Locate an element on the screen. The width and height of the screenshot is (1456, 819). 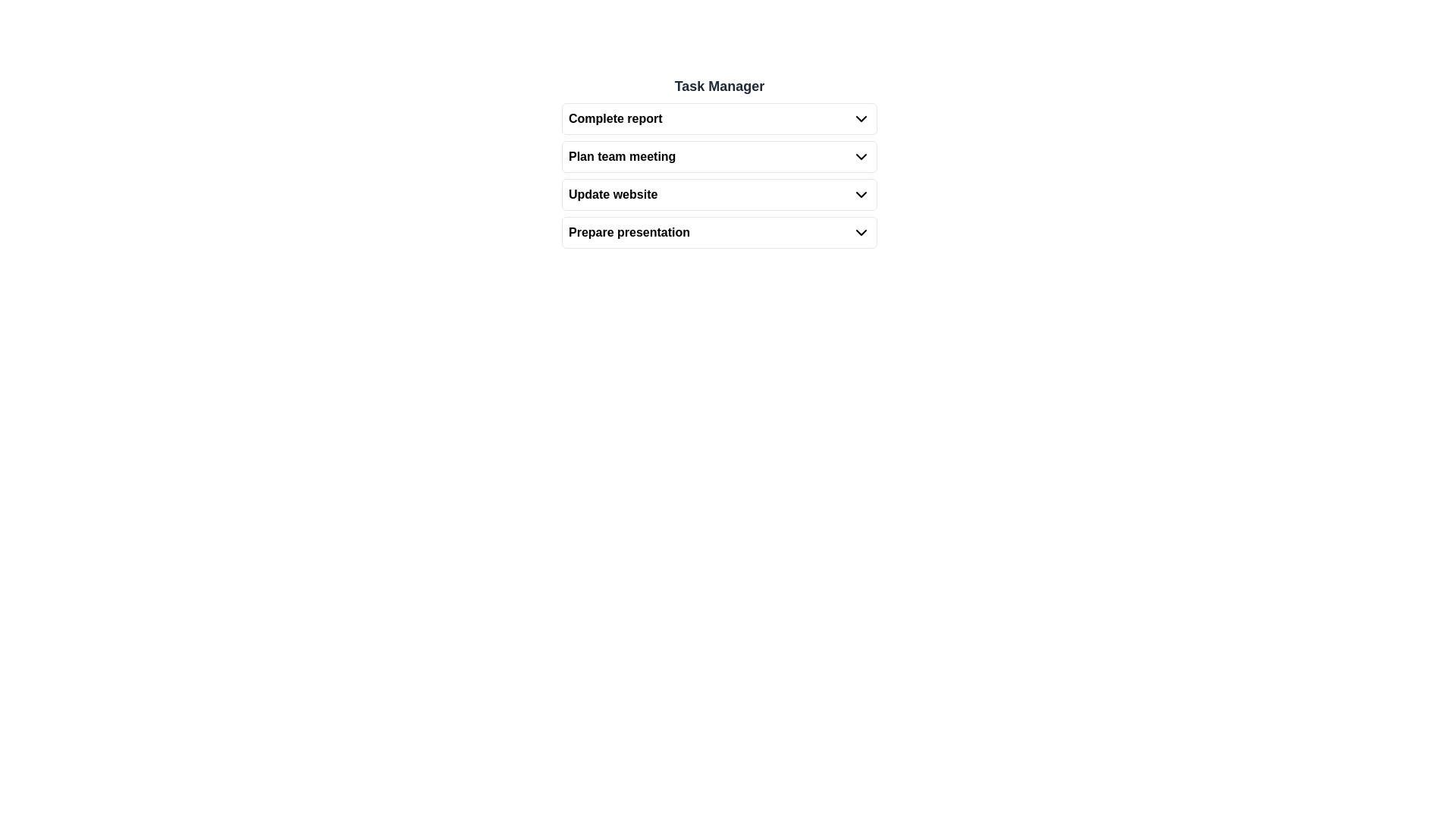
the fourth Button-like list item labeled 'Prepare presentation' in the Task Manager section is located at coordinates (719, 233).